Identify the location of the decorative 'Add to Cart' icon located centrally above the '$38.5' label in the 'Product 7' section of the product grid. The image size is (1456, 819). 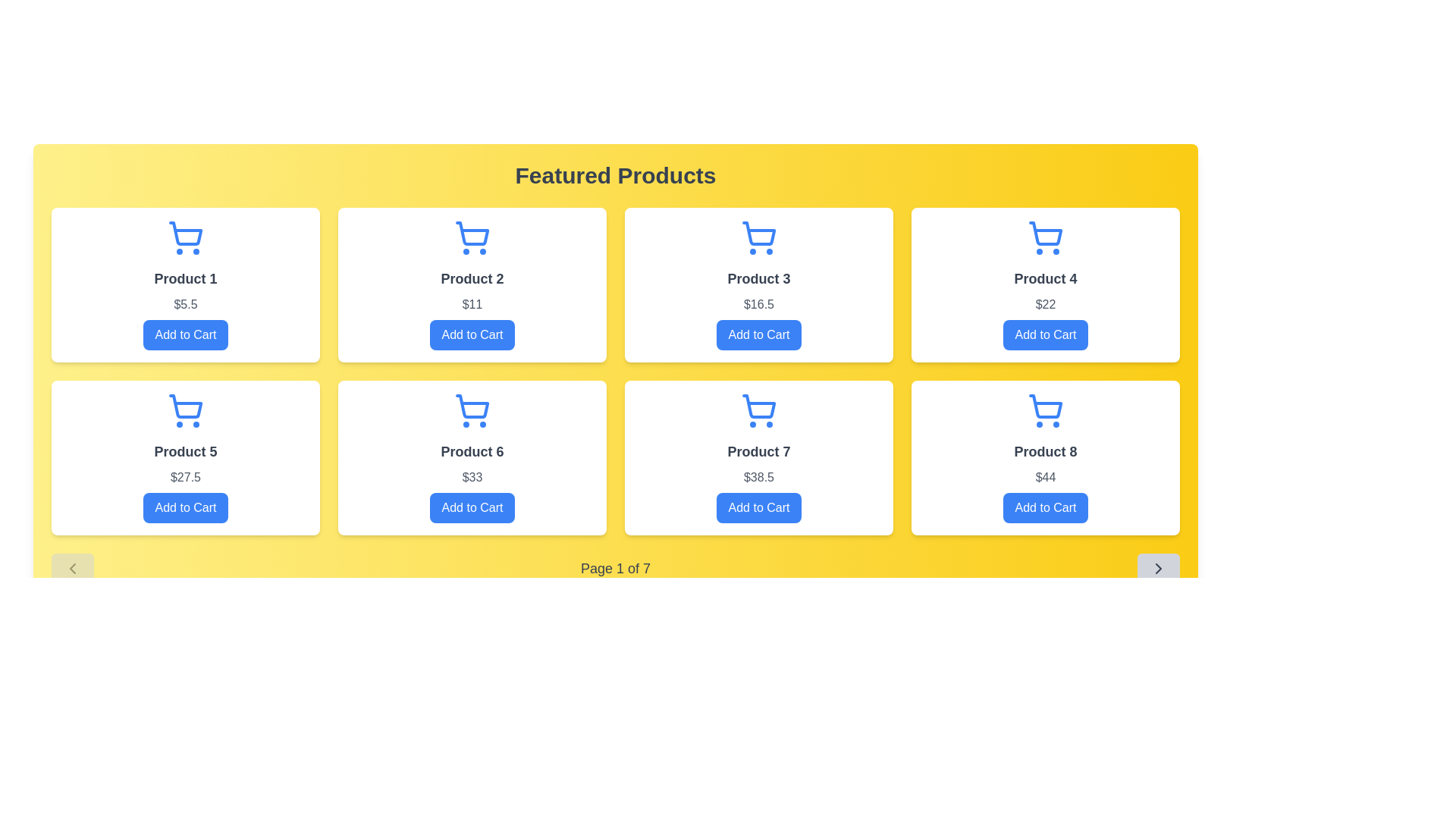
(759, 411).